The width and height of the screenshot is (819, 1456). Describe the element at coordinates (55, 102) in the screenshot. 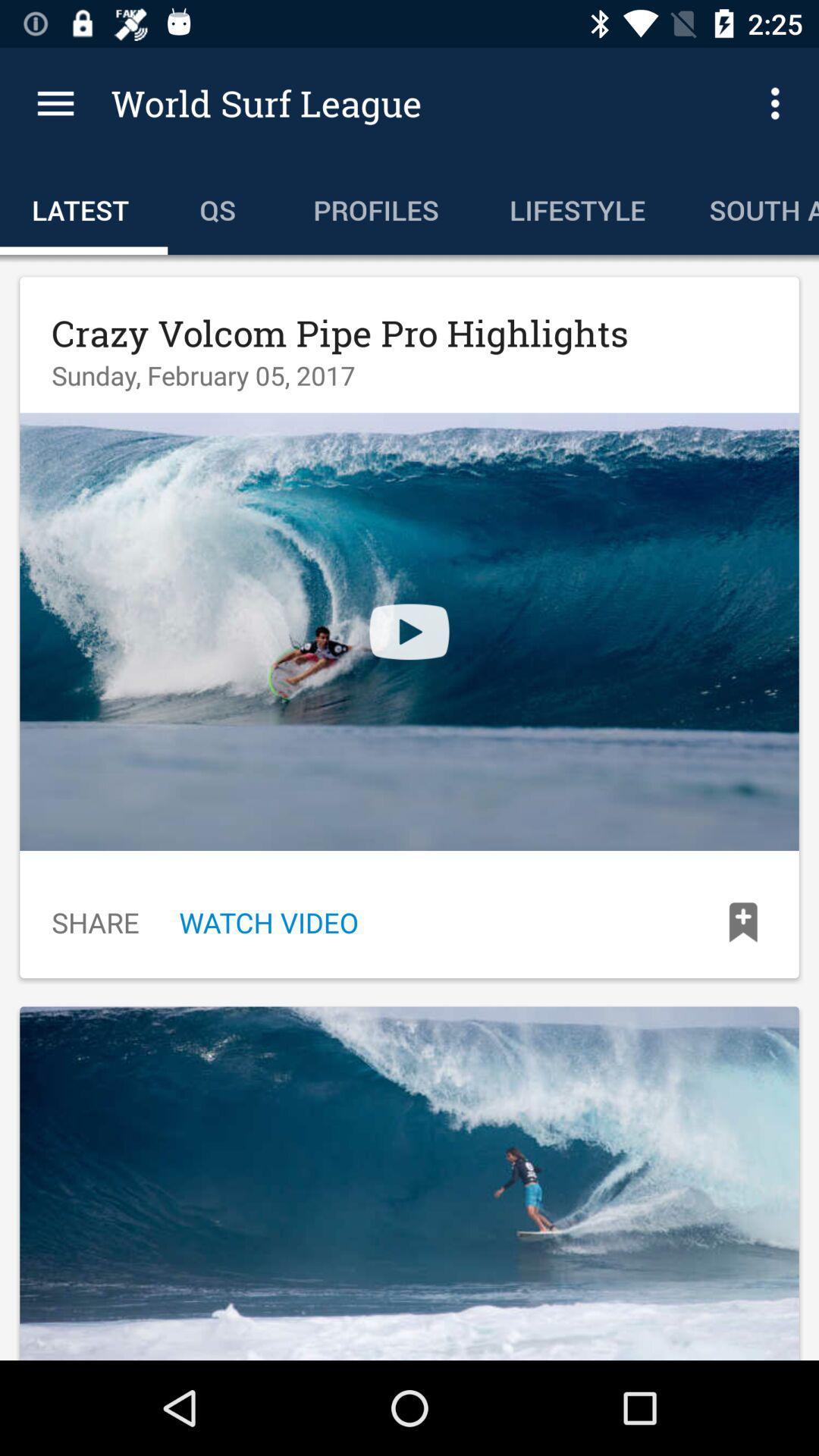

I see `icon above latest  icon` at that location.